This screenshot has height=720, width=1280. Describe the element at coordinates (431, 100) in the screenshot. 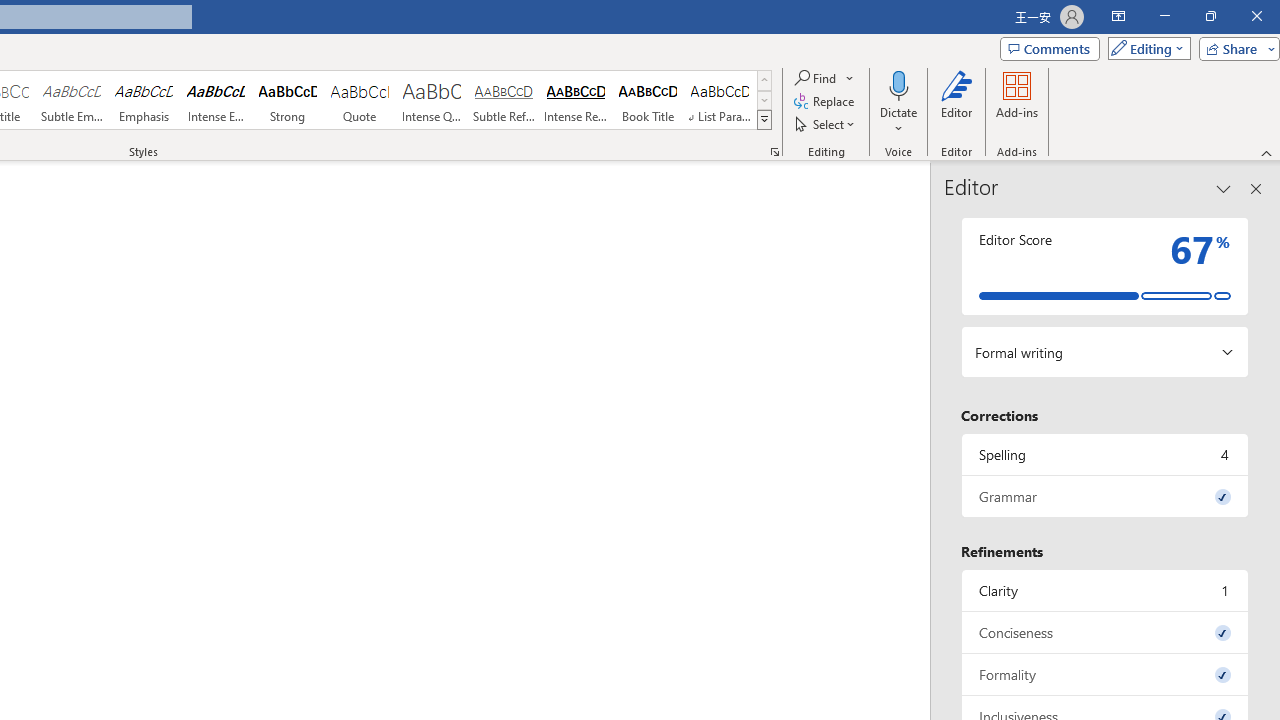

I see `'Intense Quote'` at that location.